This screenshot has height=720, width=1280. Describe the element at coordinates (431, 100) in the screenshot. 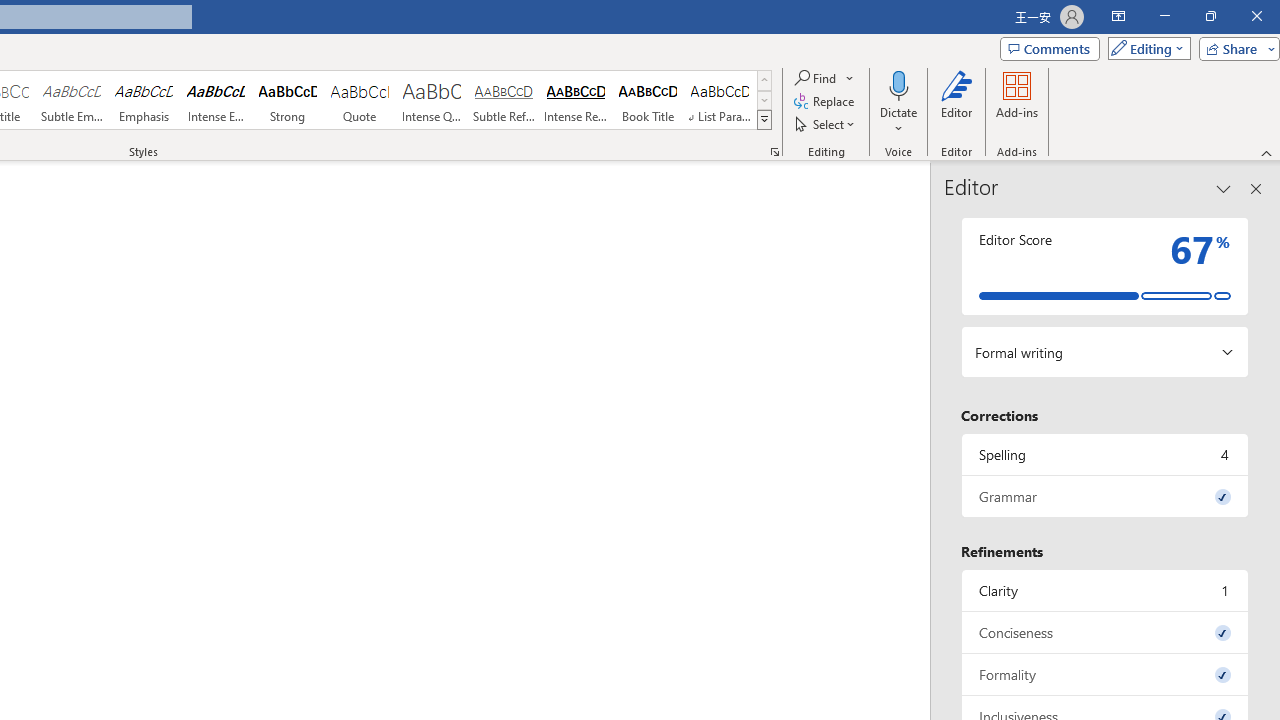

I see `'Intense Quote'` at that location.